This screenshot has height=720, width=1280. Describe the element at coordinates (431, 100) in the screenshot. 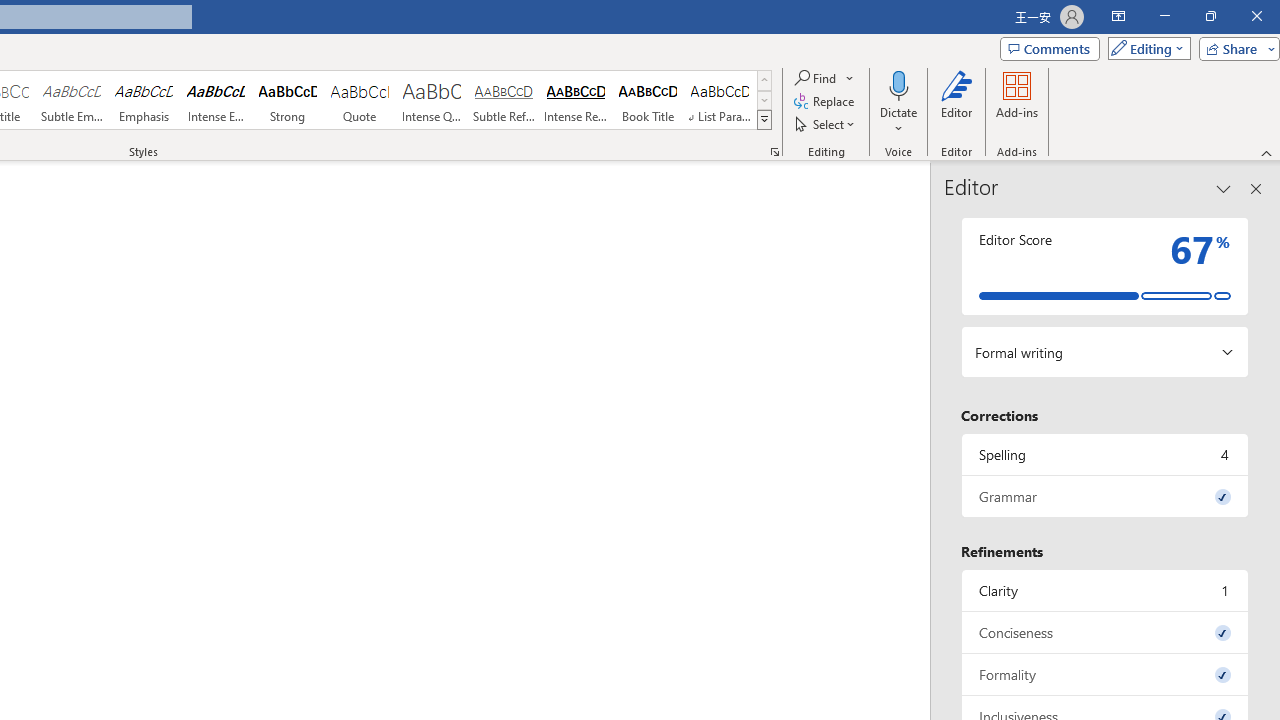

I see `'Intense Quote'` at that location.